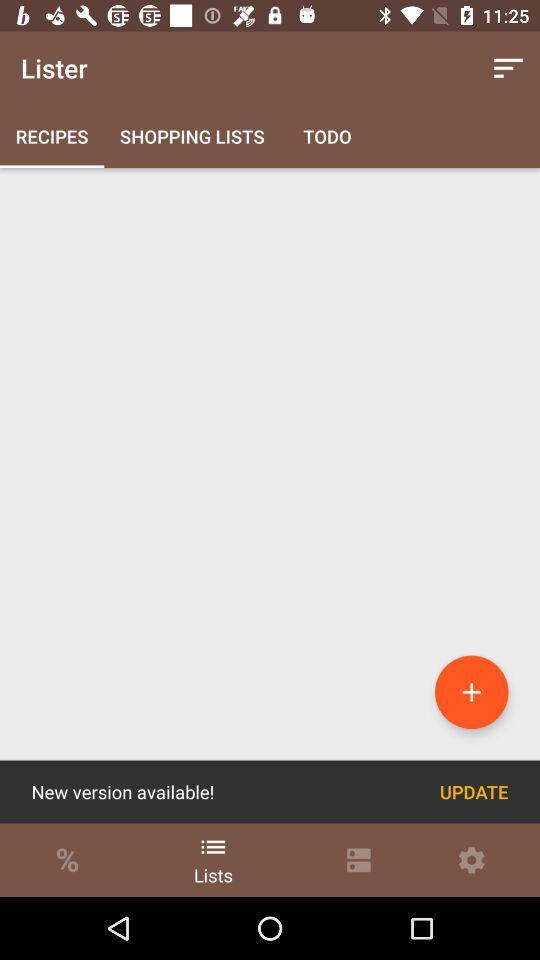 Image resolution: width=540 pixels, height=960 pixels. Describe the element at coordinates (508, 68) in the screenshot. I see `icon next to lister item` at that location.